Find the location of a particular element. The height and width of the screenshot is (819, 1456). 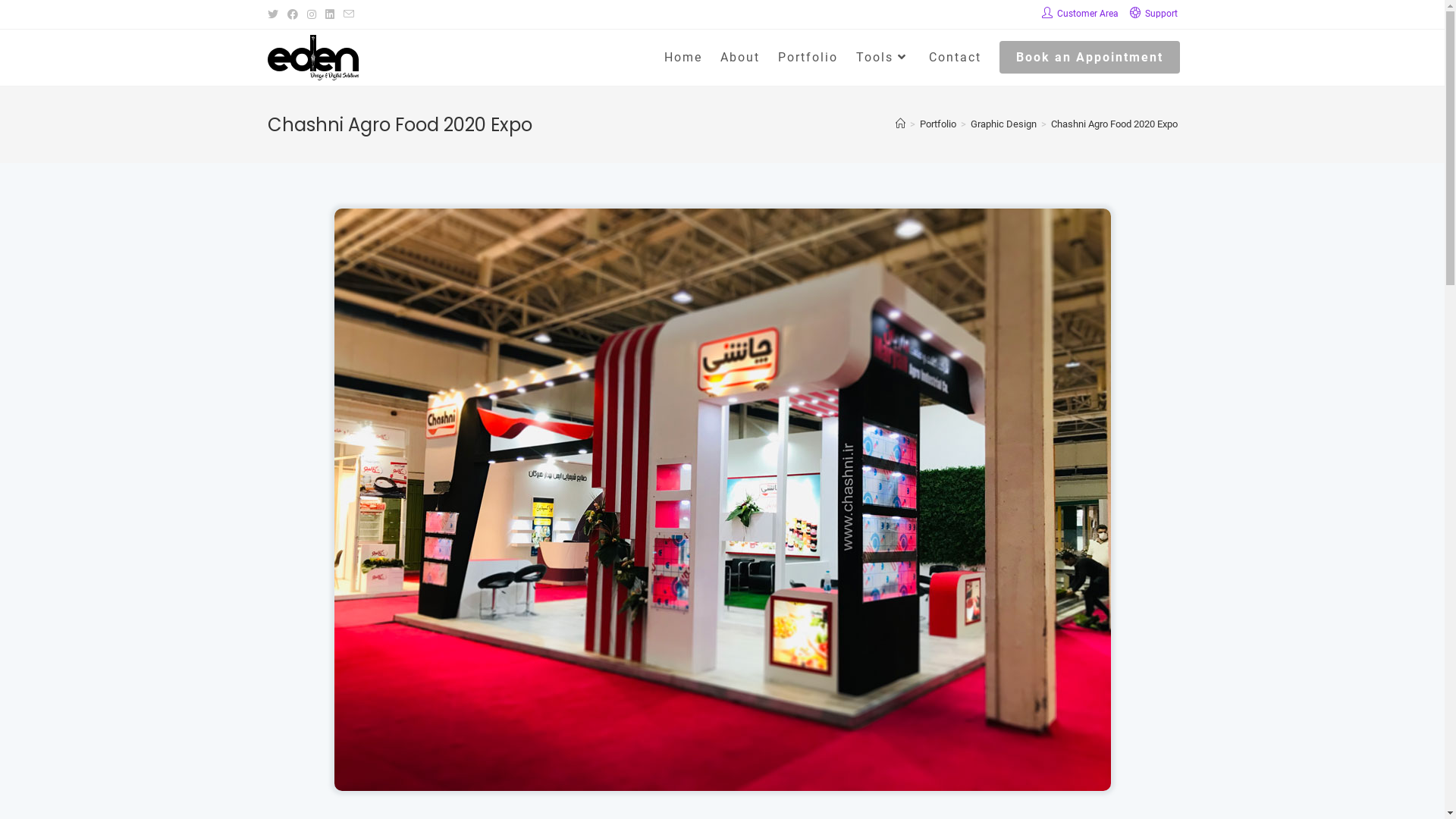

'+374 95 088809' is located at coordinates (319, 610).